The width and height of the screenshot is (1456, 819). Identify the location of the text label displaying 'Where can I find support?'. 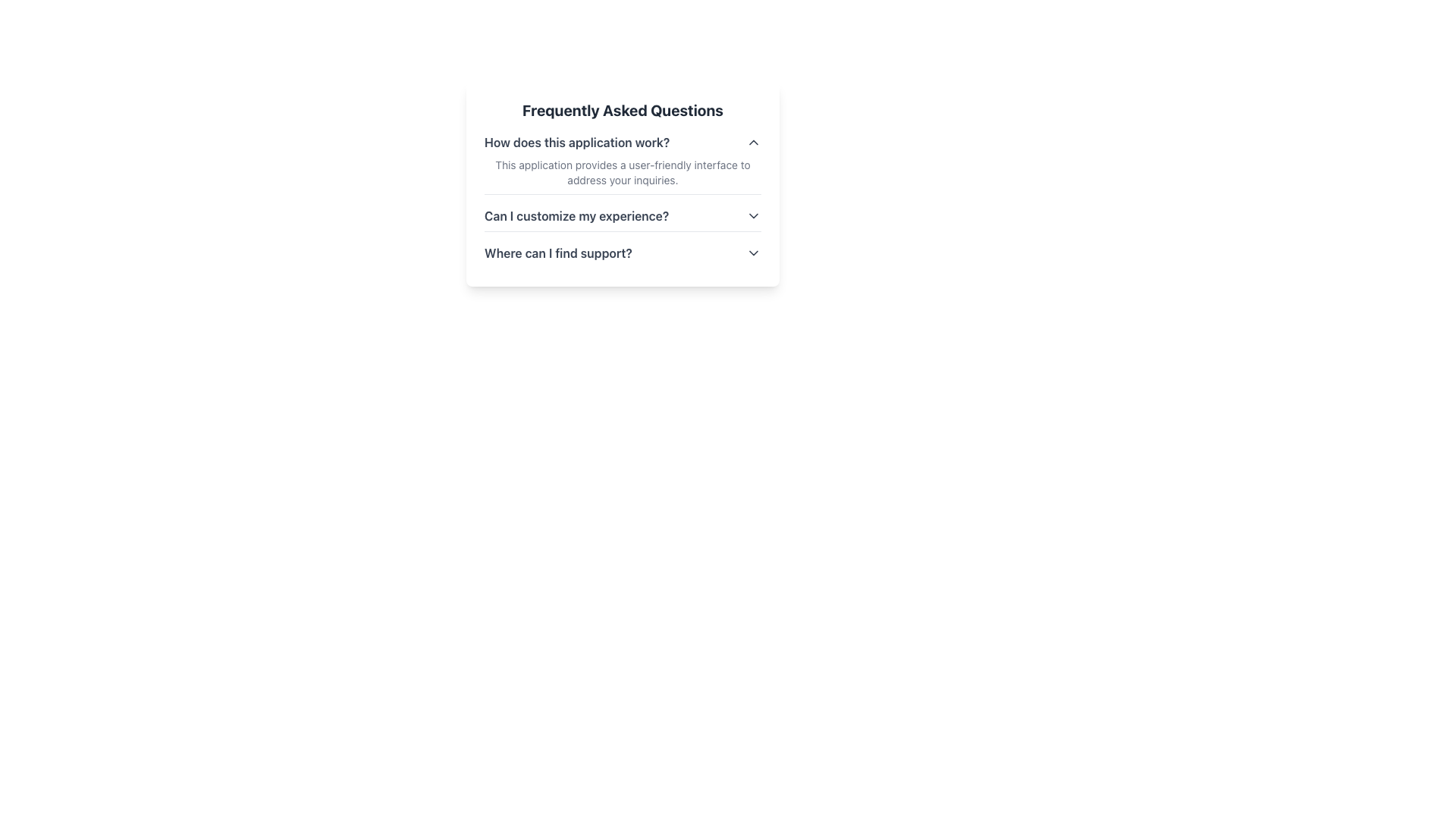
(557, 253).